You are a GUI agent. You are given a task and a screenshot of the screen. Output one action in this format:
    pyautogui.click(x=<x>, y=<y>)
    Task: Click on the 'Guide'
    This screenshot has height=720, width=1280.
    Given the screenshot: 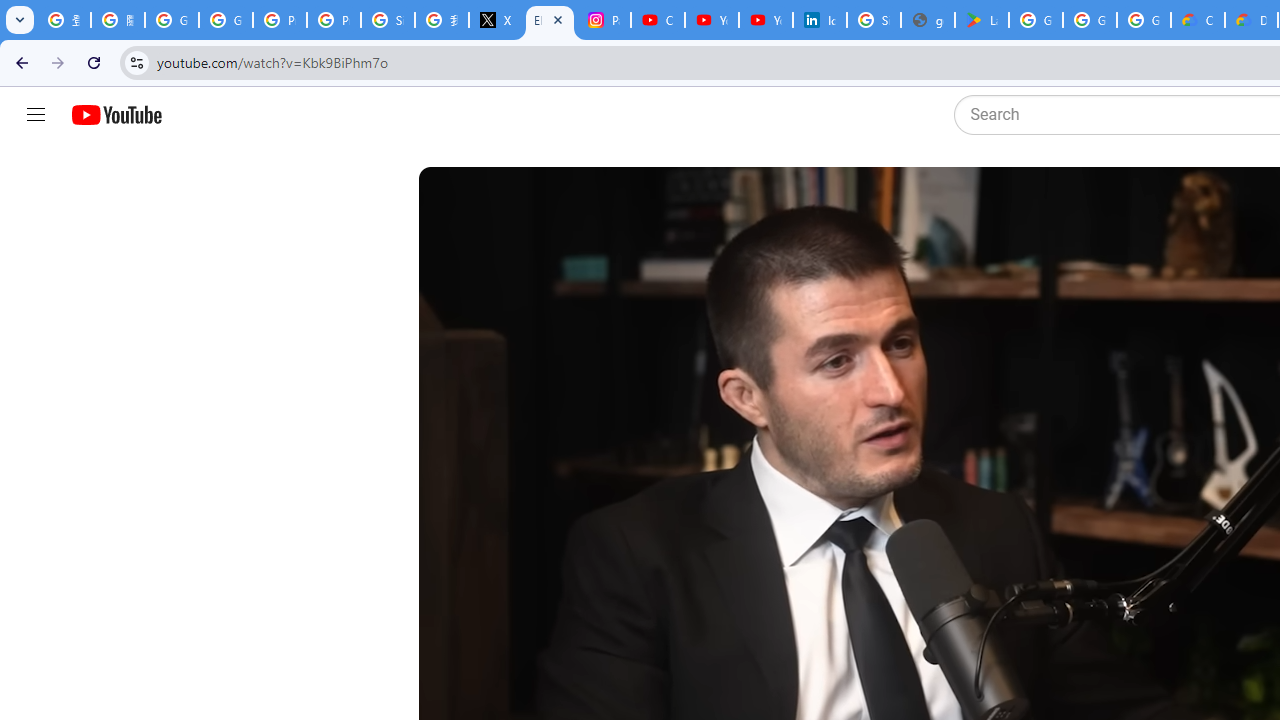 What is the action you would take?
    pyautogui.click(x=35, y=115)
    